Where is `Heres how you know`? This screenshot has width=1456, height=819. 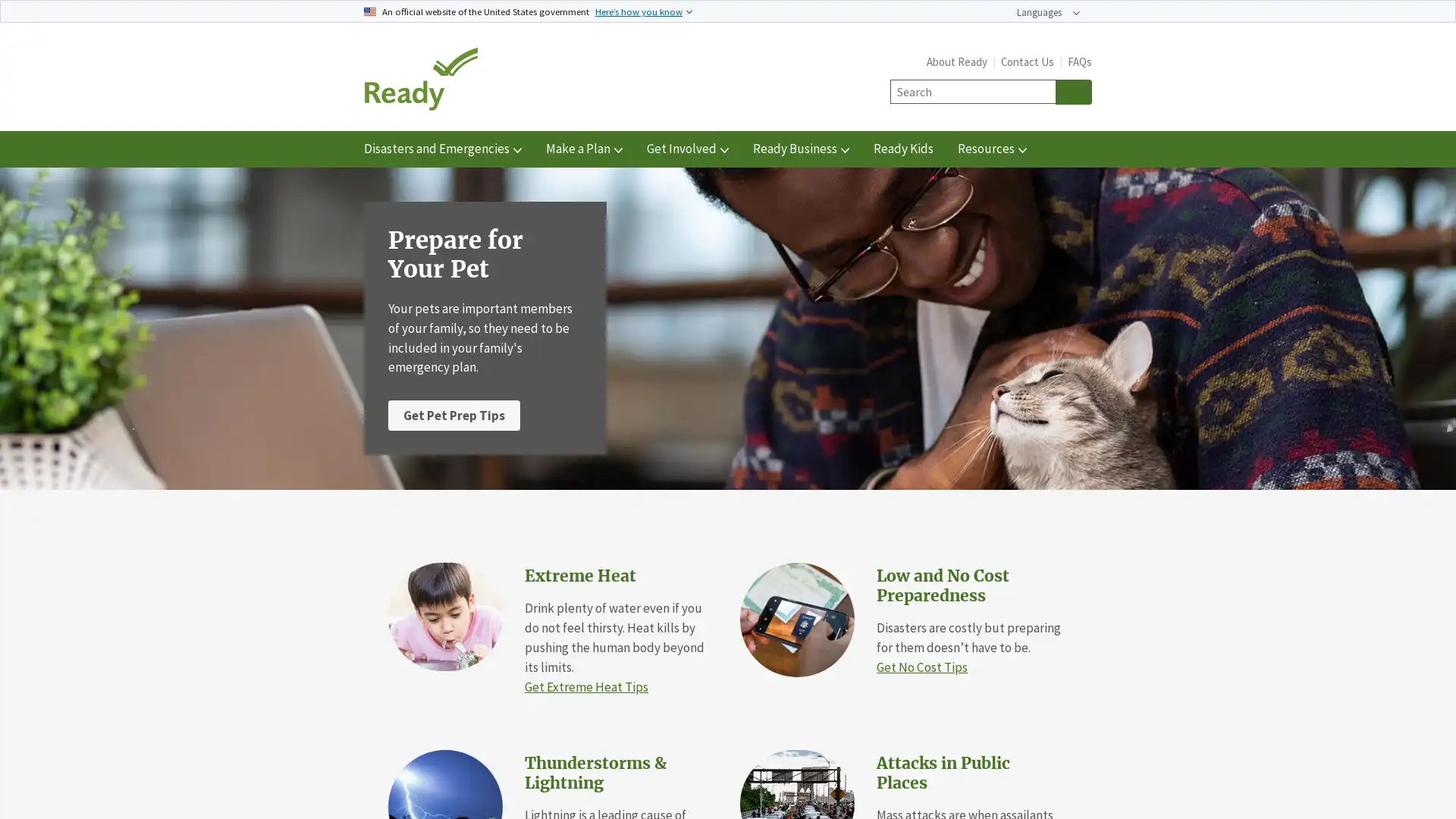 Heres how you know is located at coordinates (644, 11).